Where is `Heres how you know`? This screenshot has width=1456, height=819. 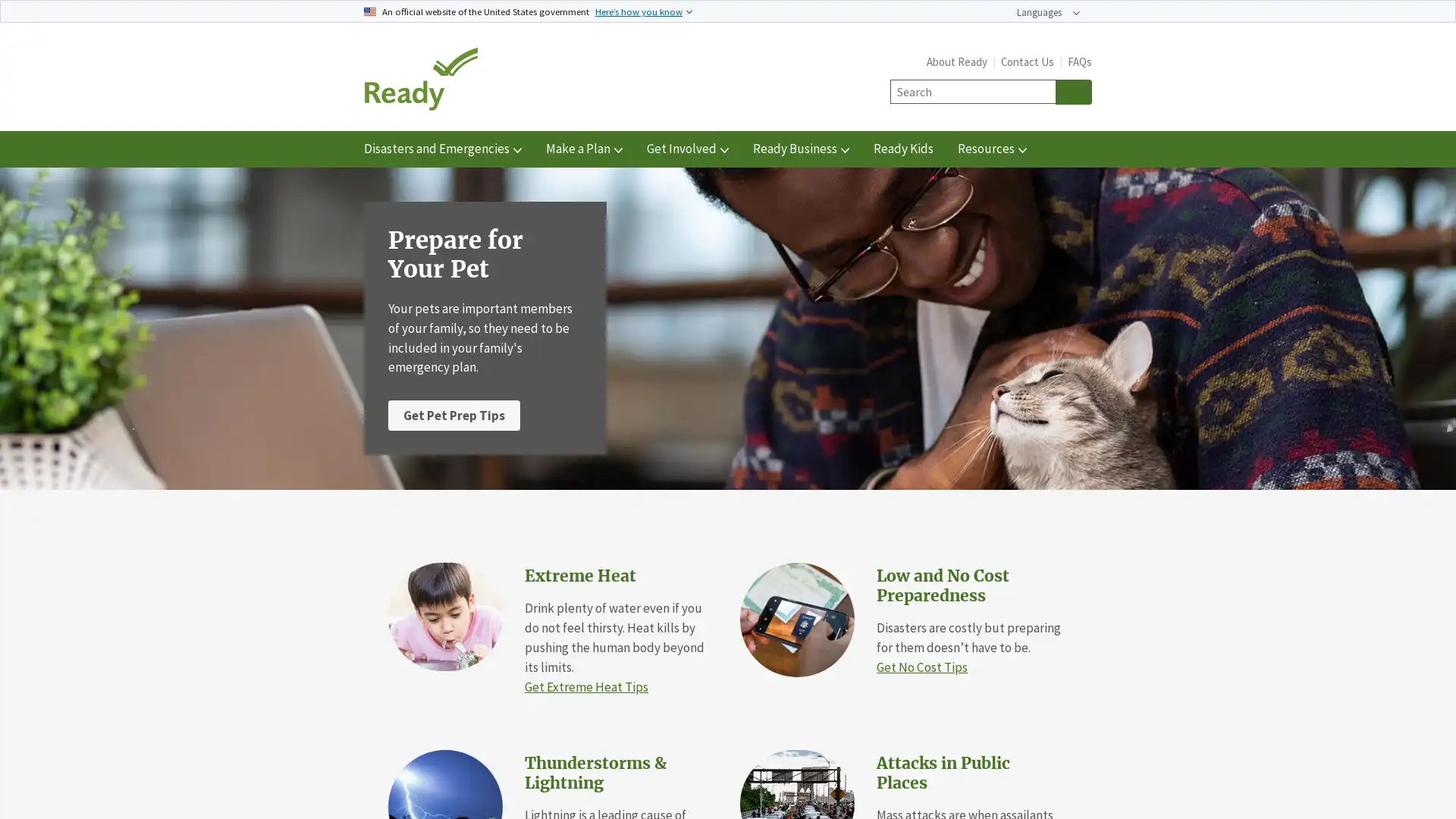 Heres how you know is located at coordinates (644, 11).